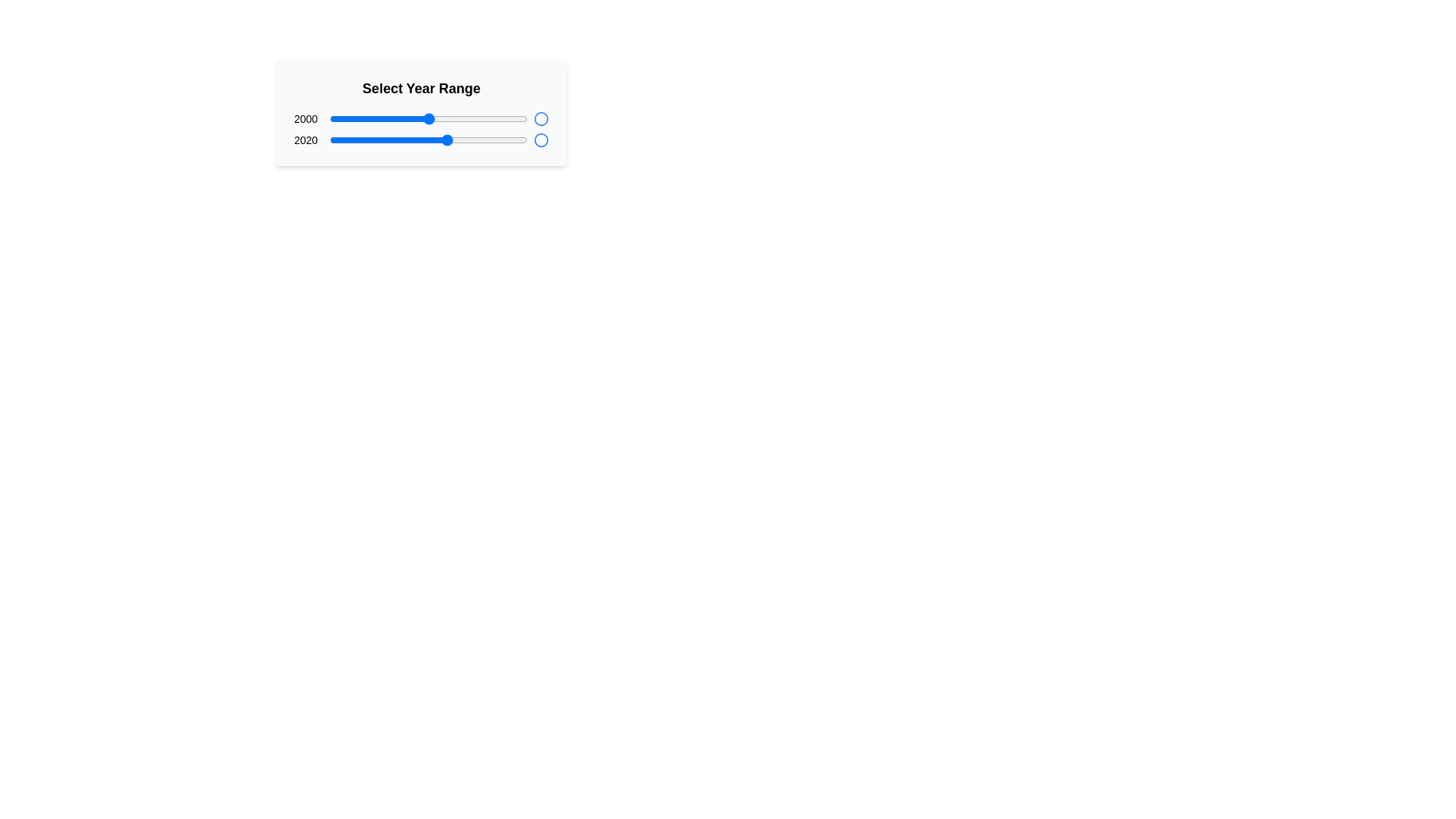 The height and width of the screenshot is (819, 1456). Describe the element at coordinates (428, 118) in the screenshot. I see `the range slider input located beneath the text label '2000' and to the left of the blue circular indicator` at that location.